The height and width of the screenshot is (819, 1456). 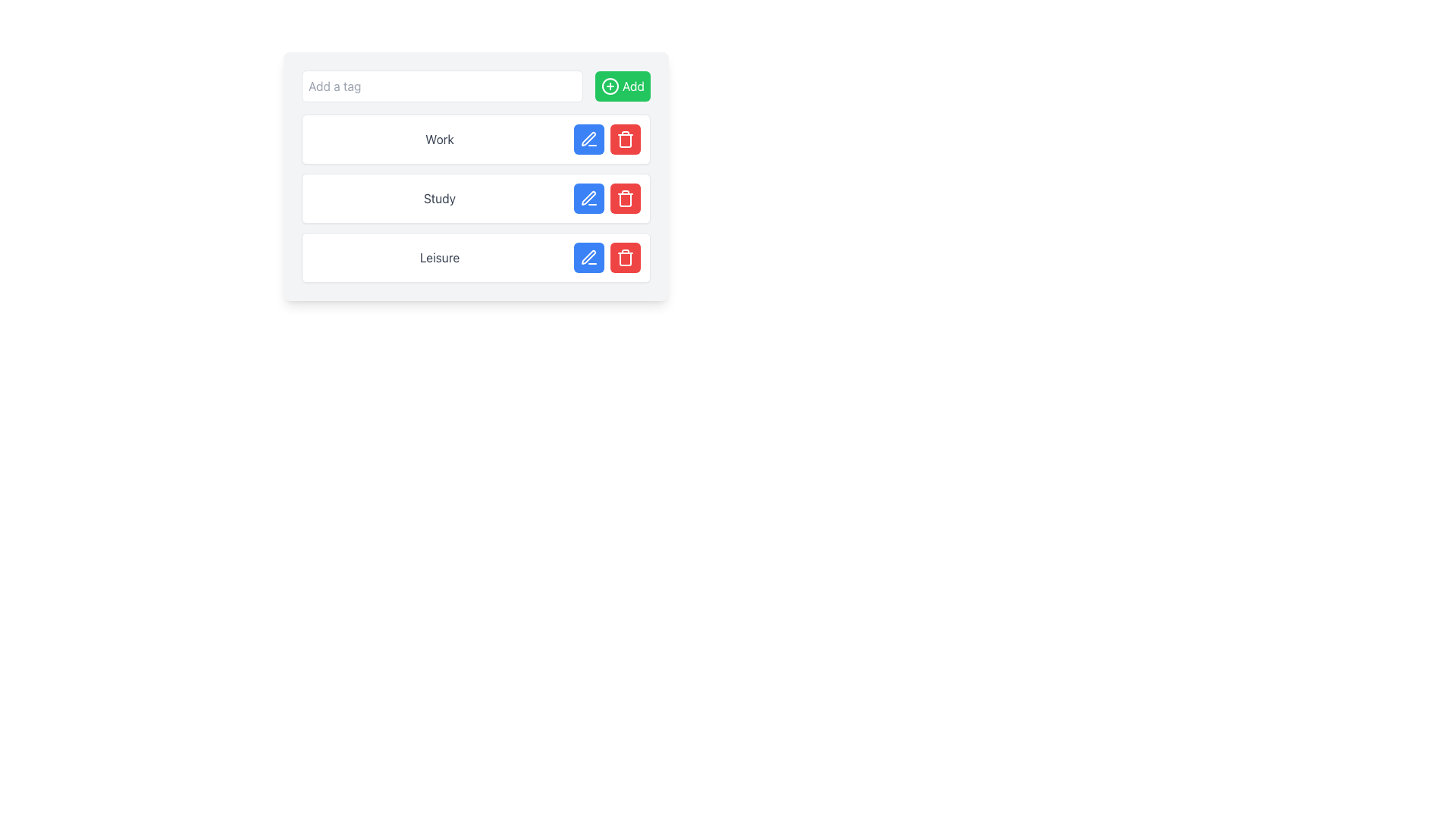 I want to click on the second blue button under the 'Study' section, so click(x=588, y=198).